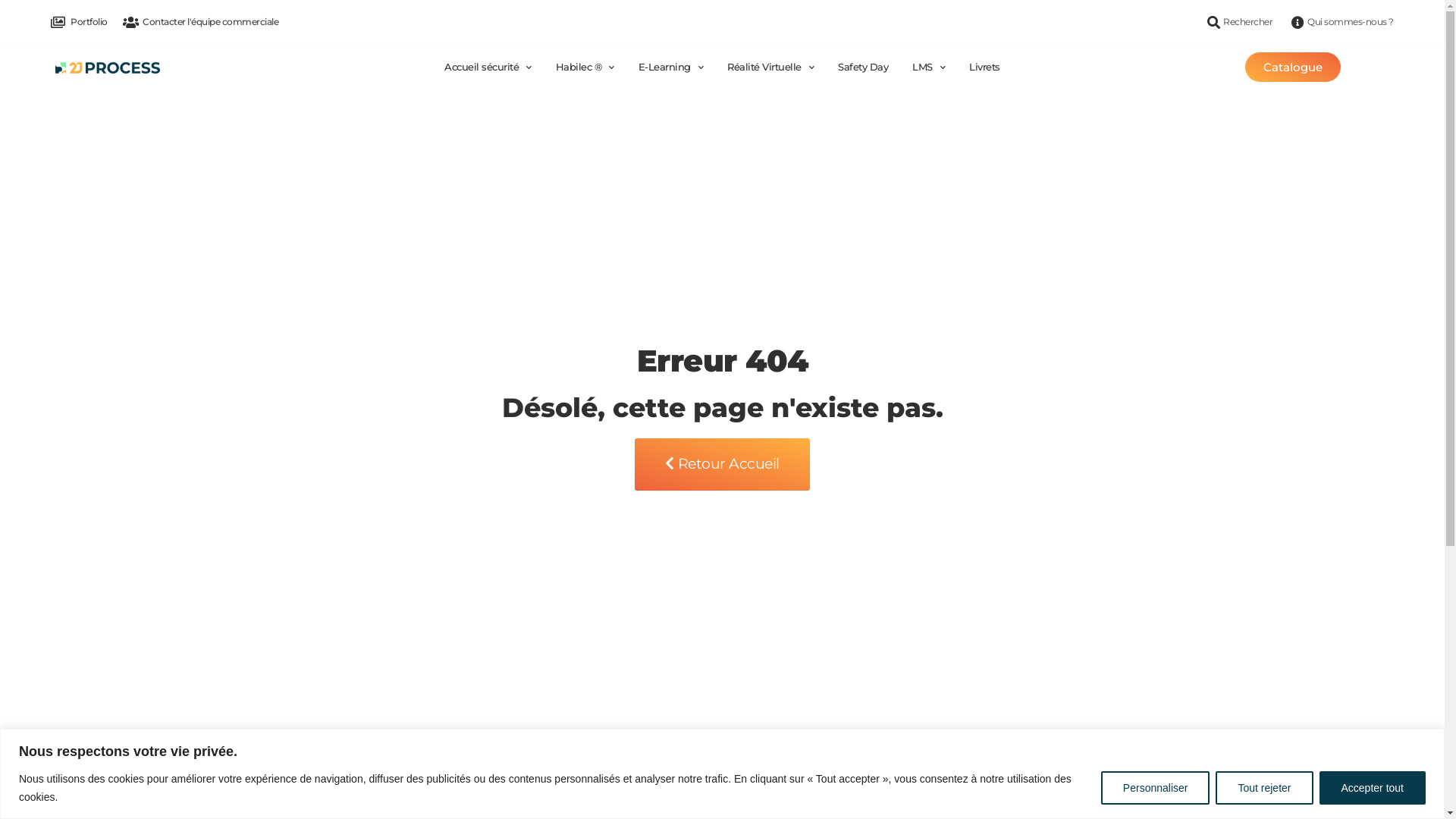  Describe the element at coordinates (1154, 786) in the screenshot. I see `'Personnaliser'` at that location.